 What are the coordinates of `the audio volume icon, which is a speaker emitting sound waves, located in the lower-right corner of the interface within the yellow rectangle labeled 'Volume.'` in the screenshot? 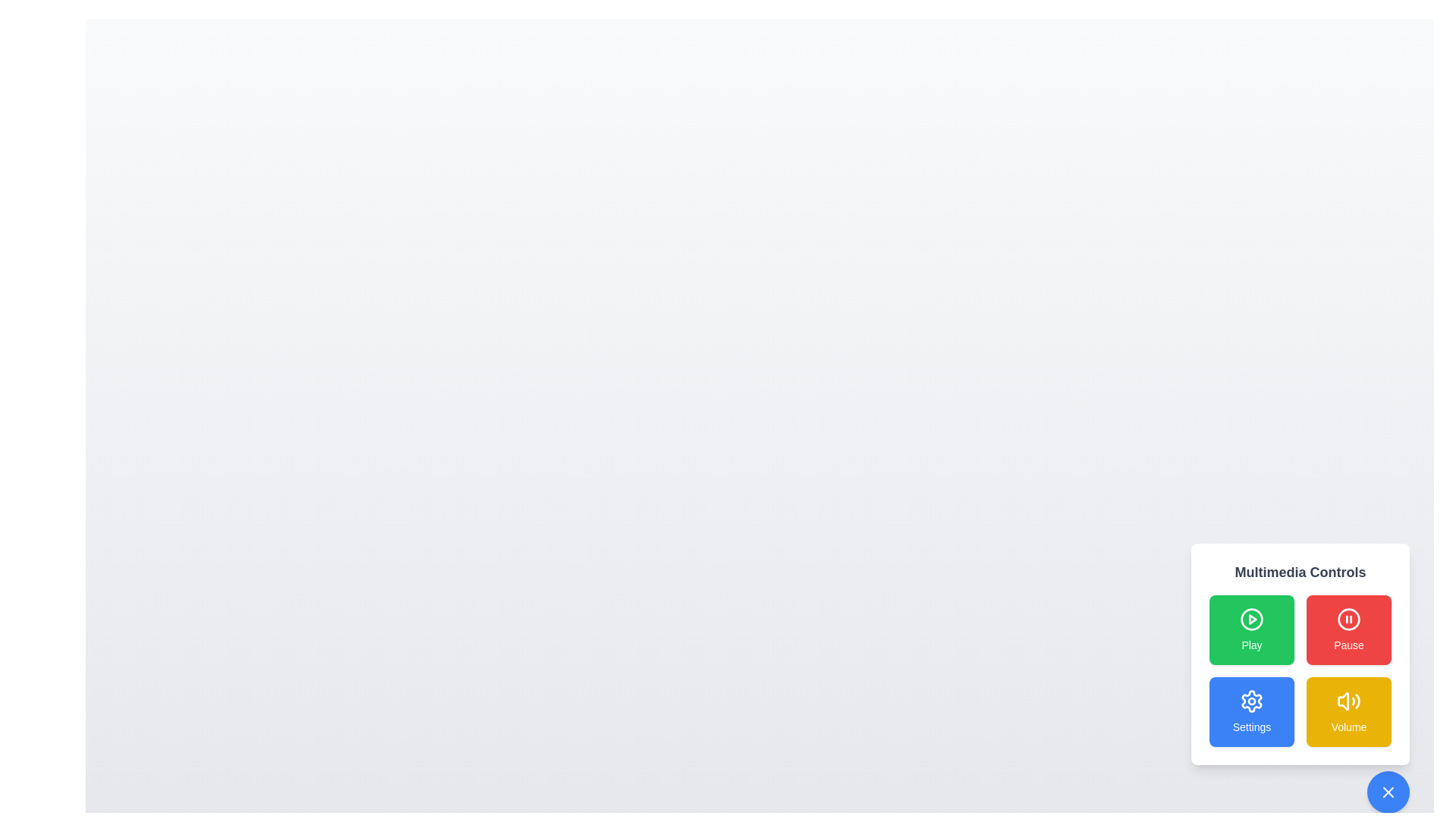 It's located at (1349, 701).